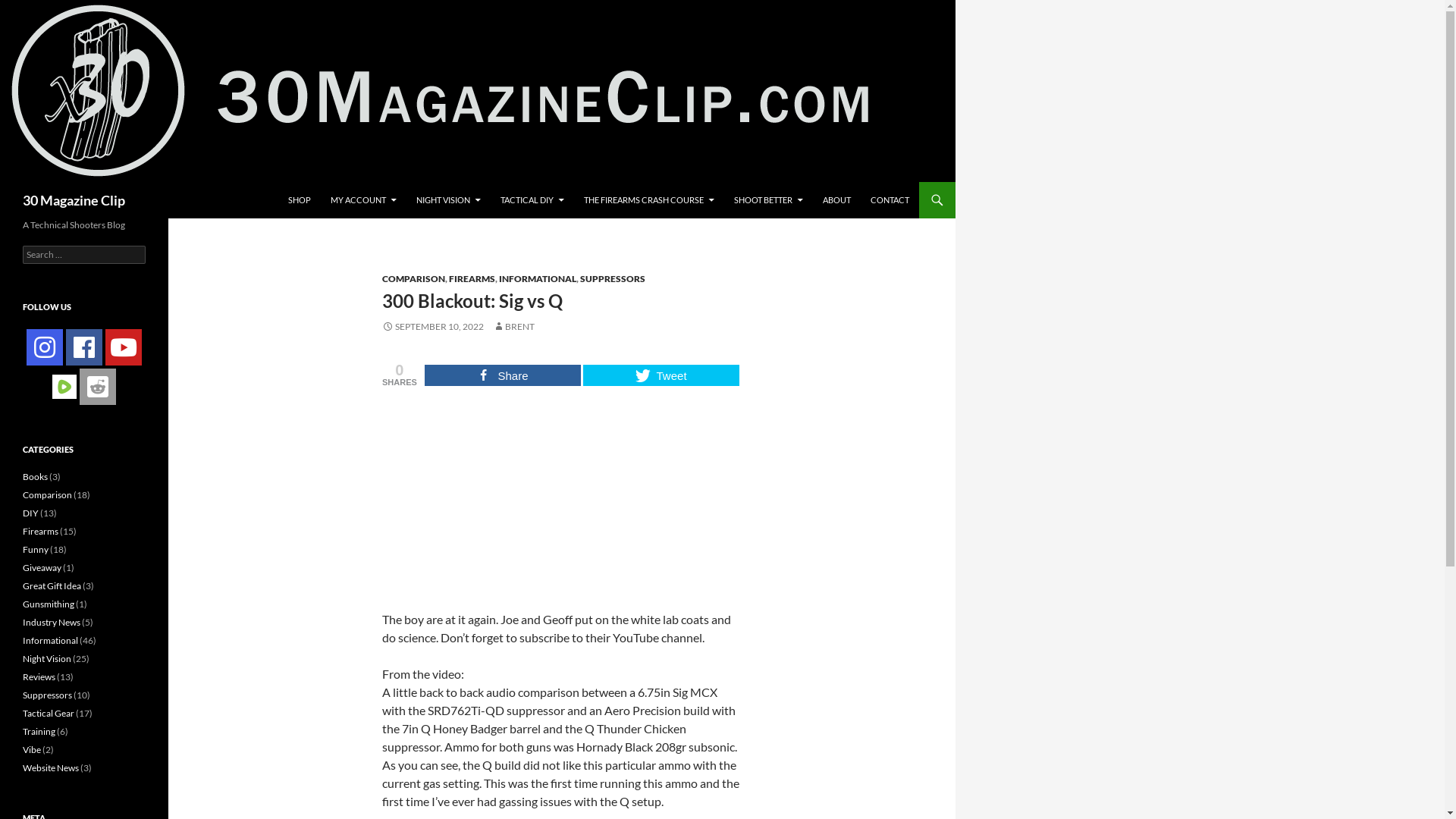 The height and width of the screenshot is (819, 1456). What do you see at coordinates (574, 199) in the screenshot?
I see `'THE FIREARMS CRASH COURSE'` at bounding box center [574, 199].